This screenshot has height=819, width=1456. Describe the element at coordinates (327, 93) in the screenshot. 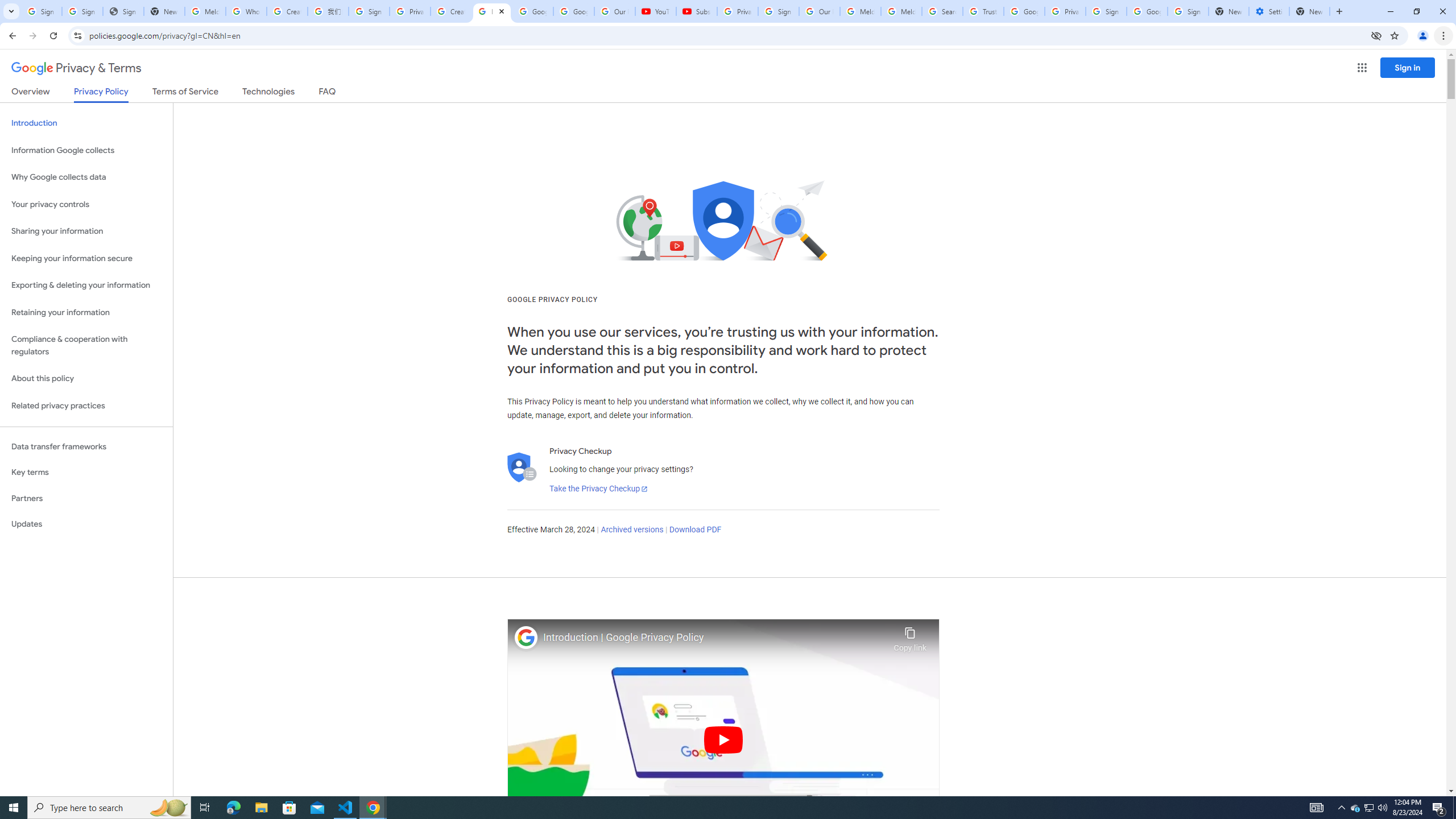

I see `'FAQ'` at that location.